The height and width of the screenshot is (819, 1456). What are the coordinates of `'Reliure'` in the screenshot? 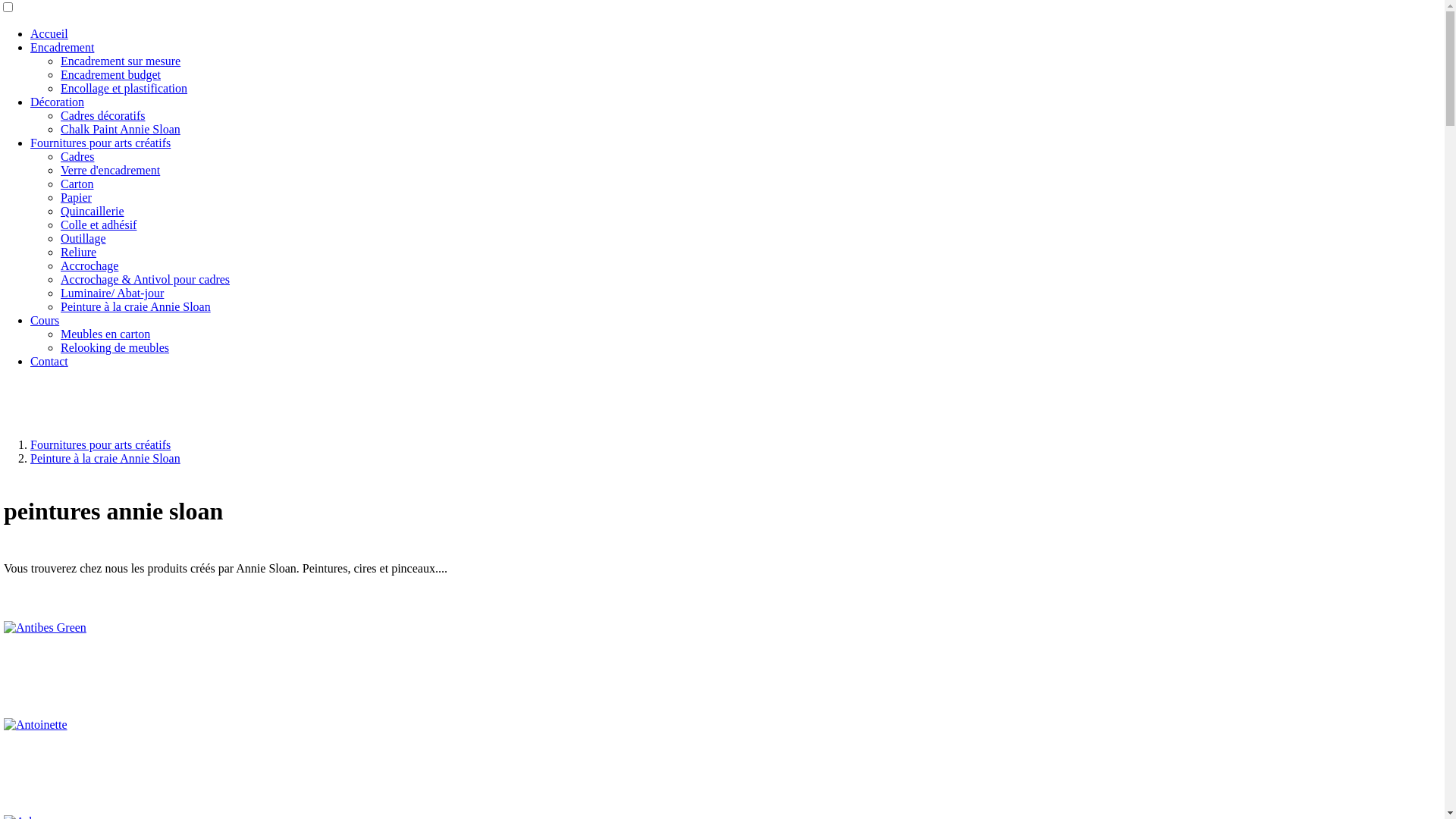 It's located at (61, 251).